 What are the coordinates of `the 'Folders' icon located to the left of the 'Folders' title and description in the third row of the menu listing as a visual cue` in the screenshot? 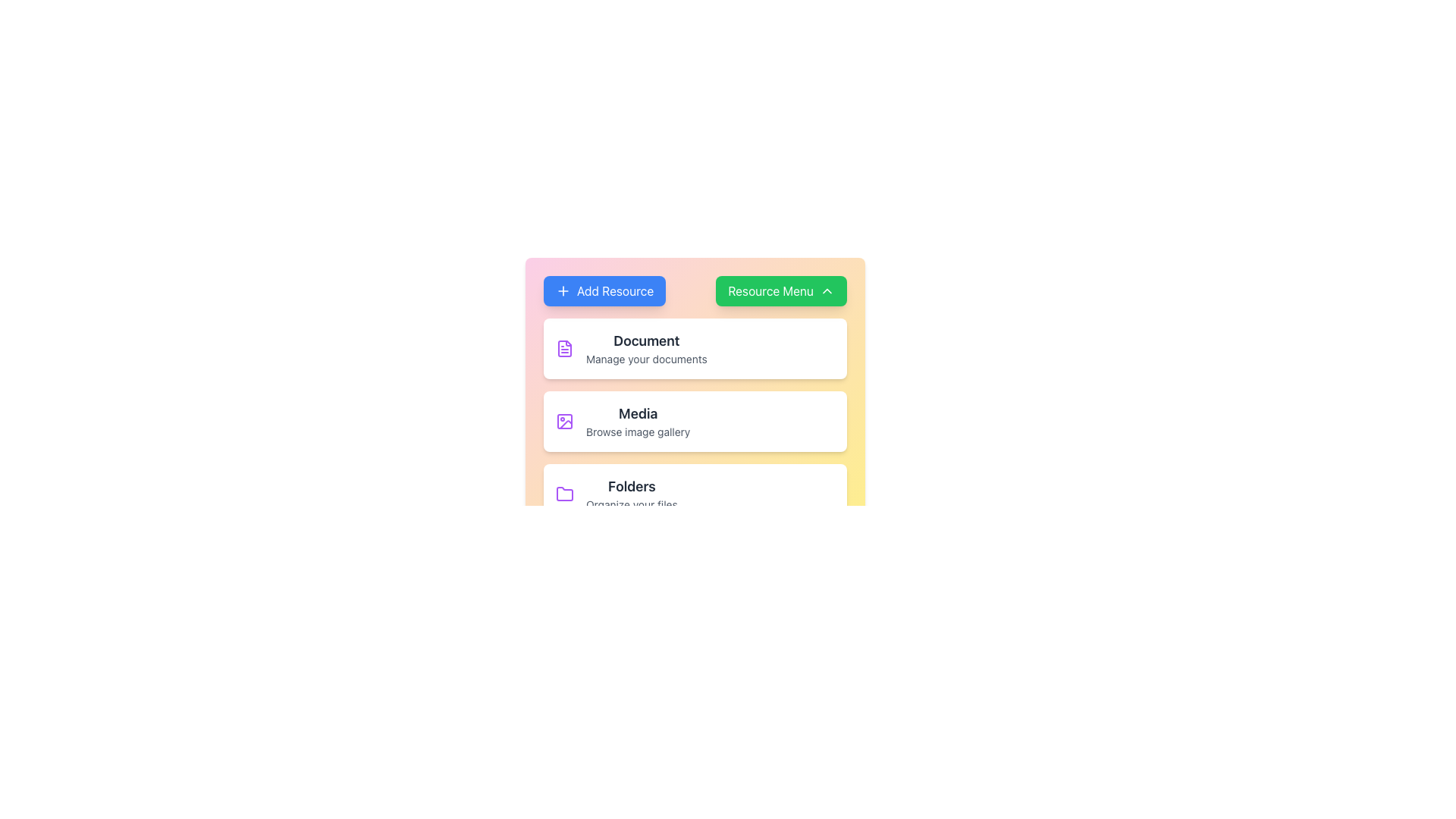 It's located at (563, 494).